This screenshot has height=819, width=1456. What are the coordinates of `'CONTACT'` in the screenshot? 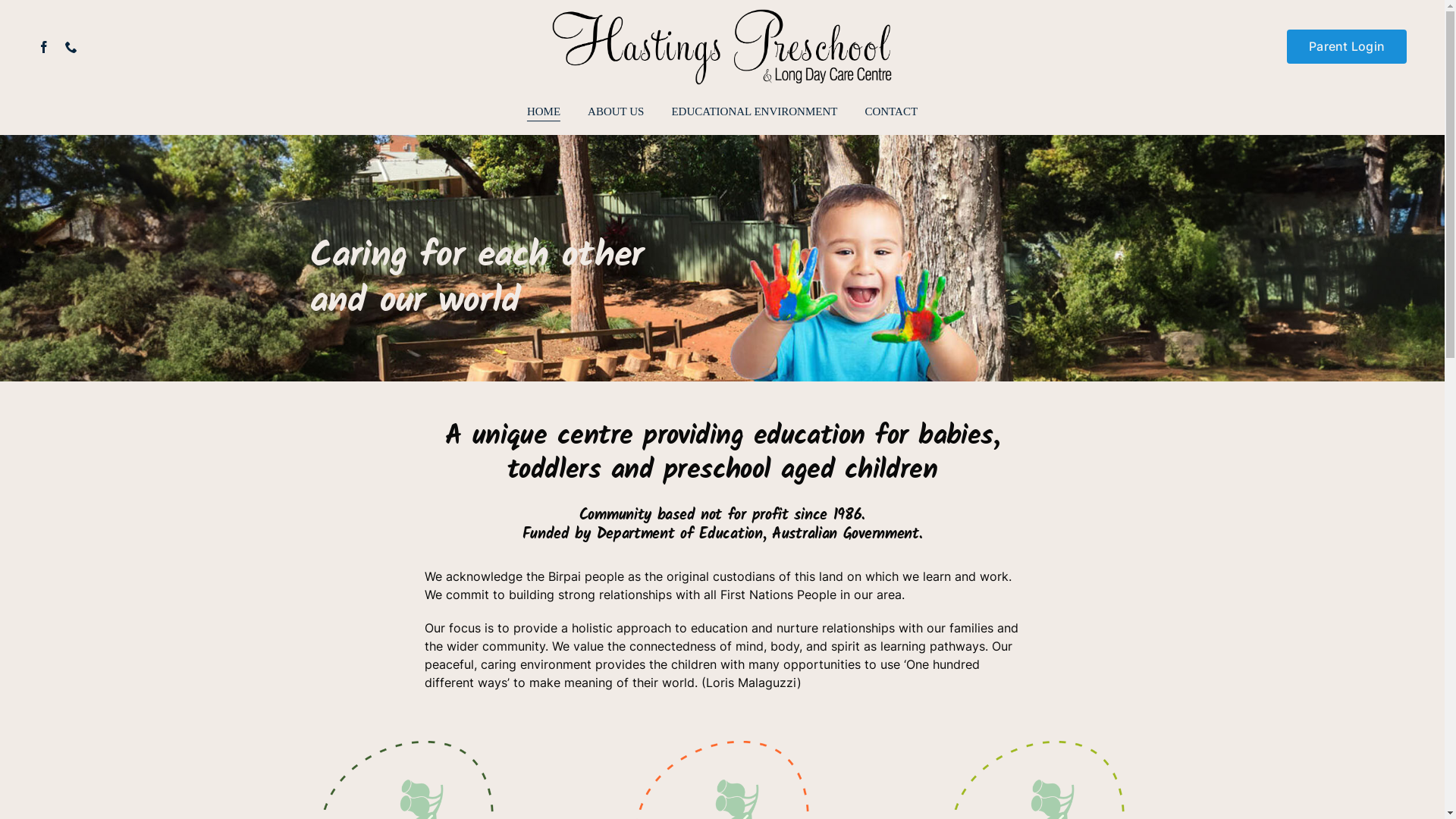 It's located at (864, 111).